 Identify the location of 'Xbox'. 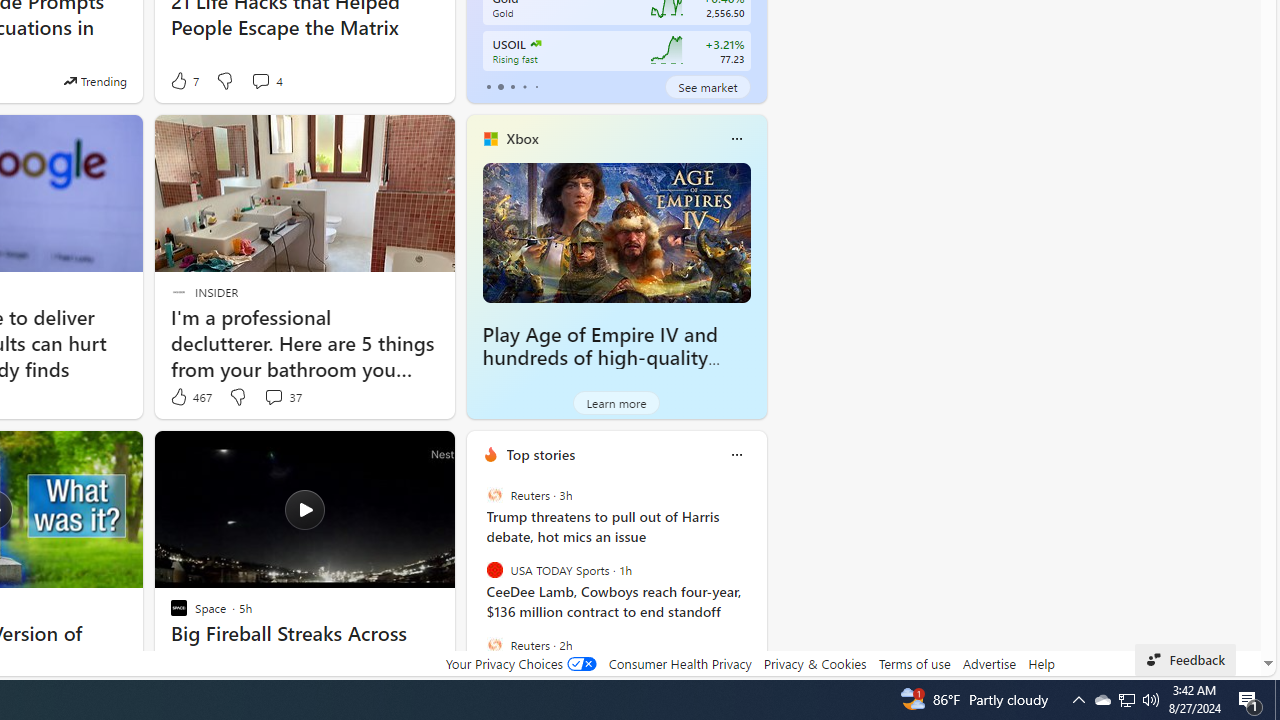
(522, 138).